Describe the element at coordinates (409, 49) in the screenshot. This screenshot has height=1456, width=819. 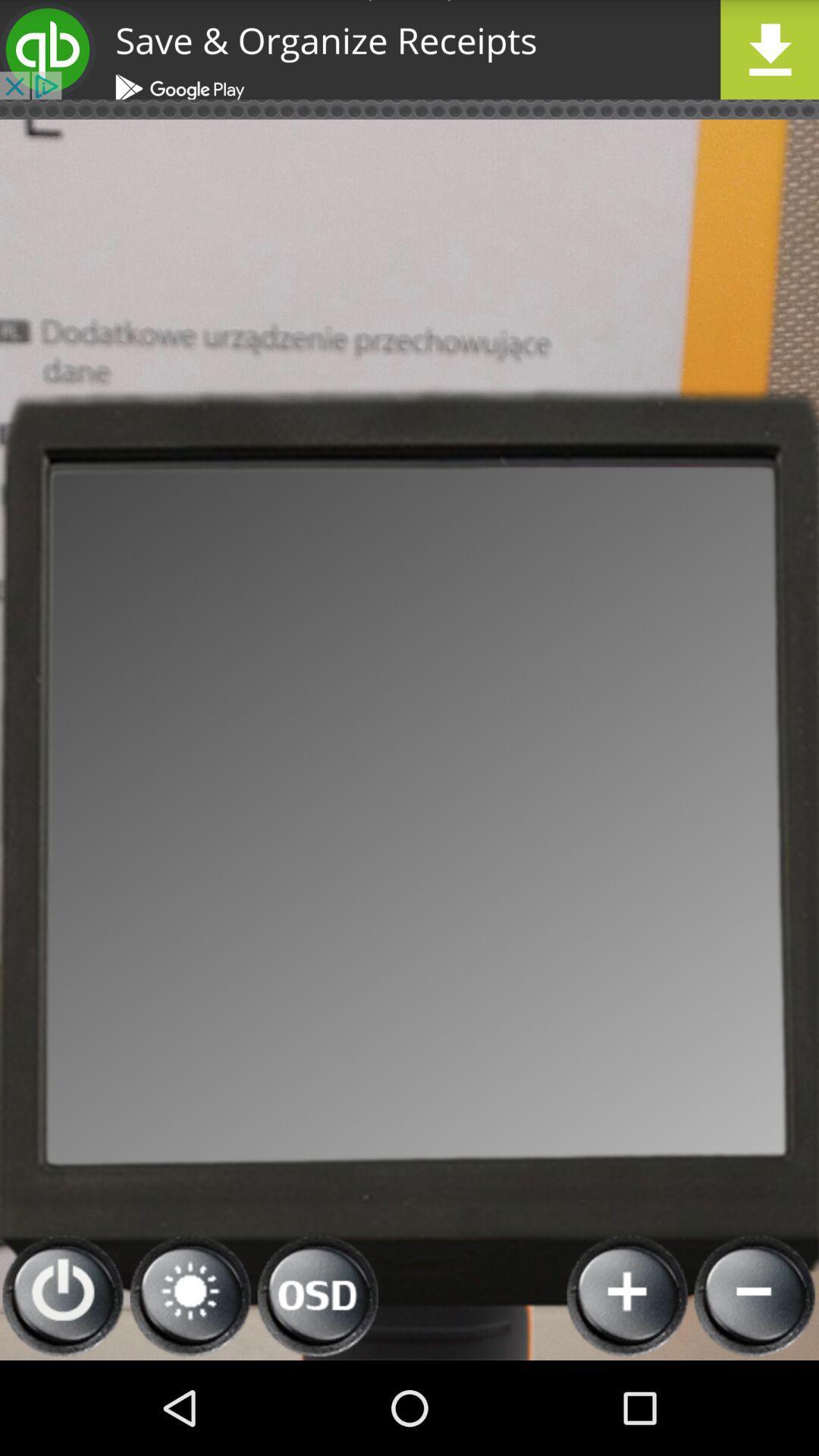
I see `app` at that location.